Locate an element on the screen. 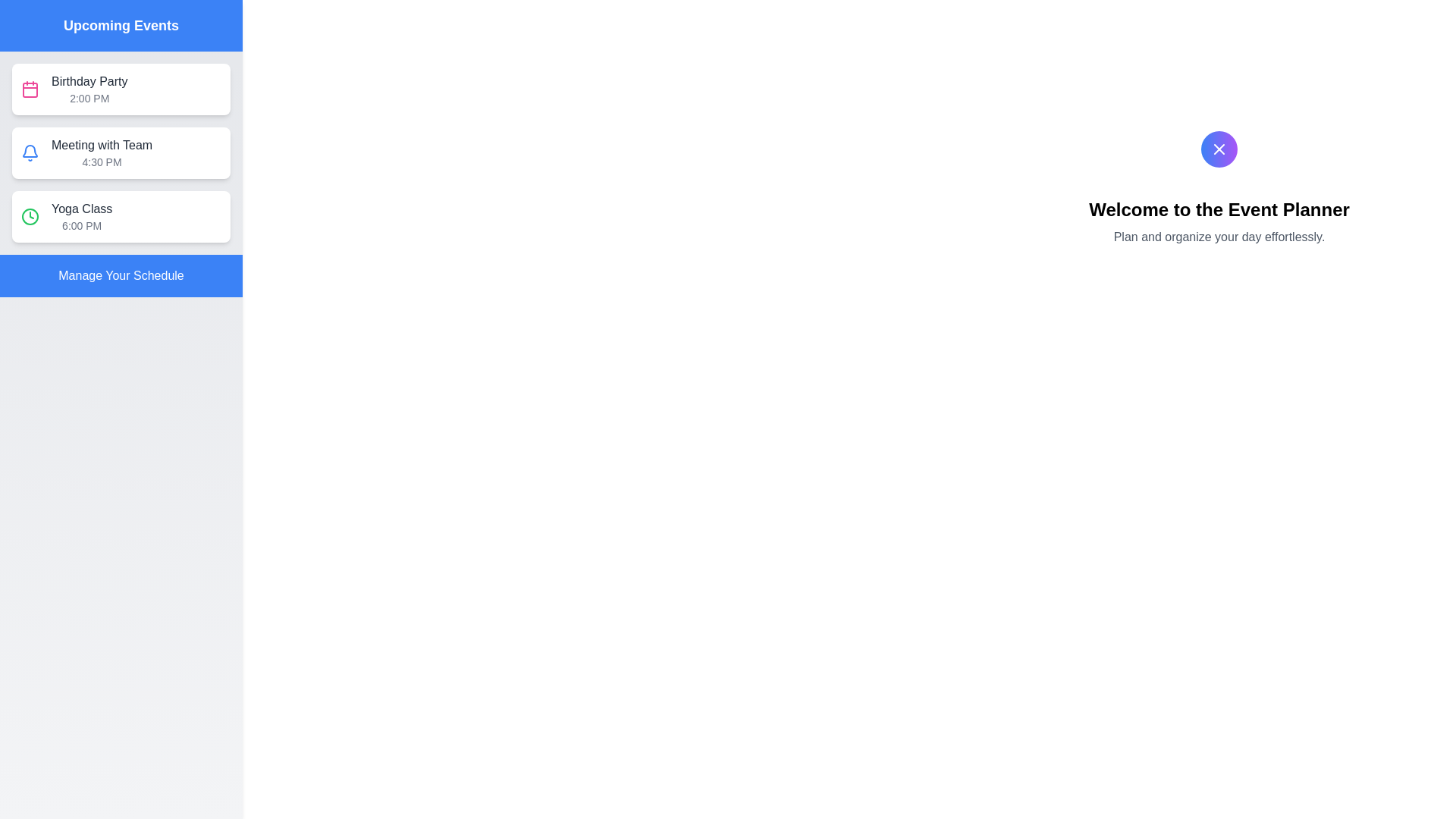 This screenshot has height=819, width=1456. text label displaying the time '2:00 PM' for the 'Birthday Party' event, located in the first event card under 'Upcoming Events' in the left column is located at coordinates (89, 99).